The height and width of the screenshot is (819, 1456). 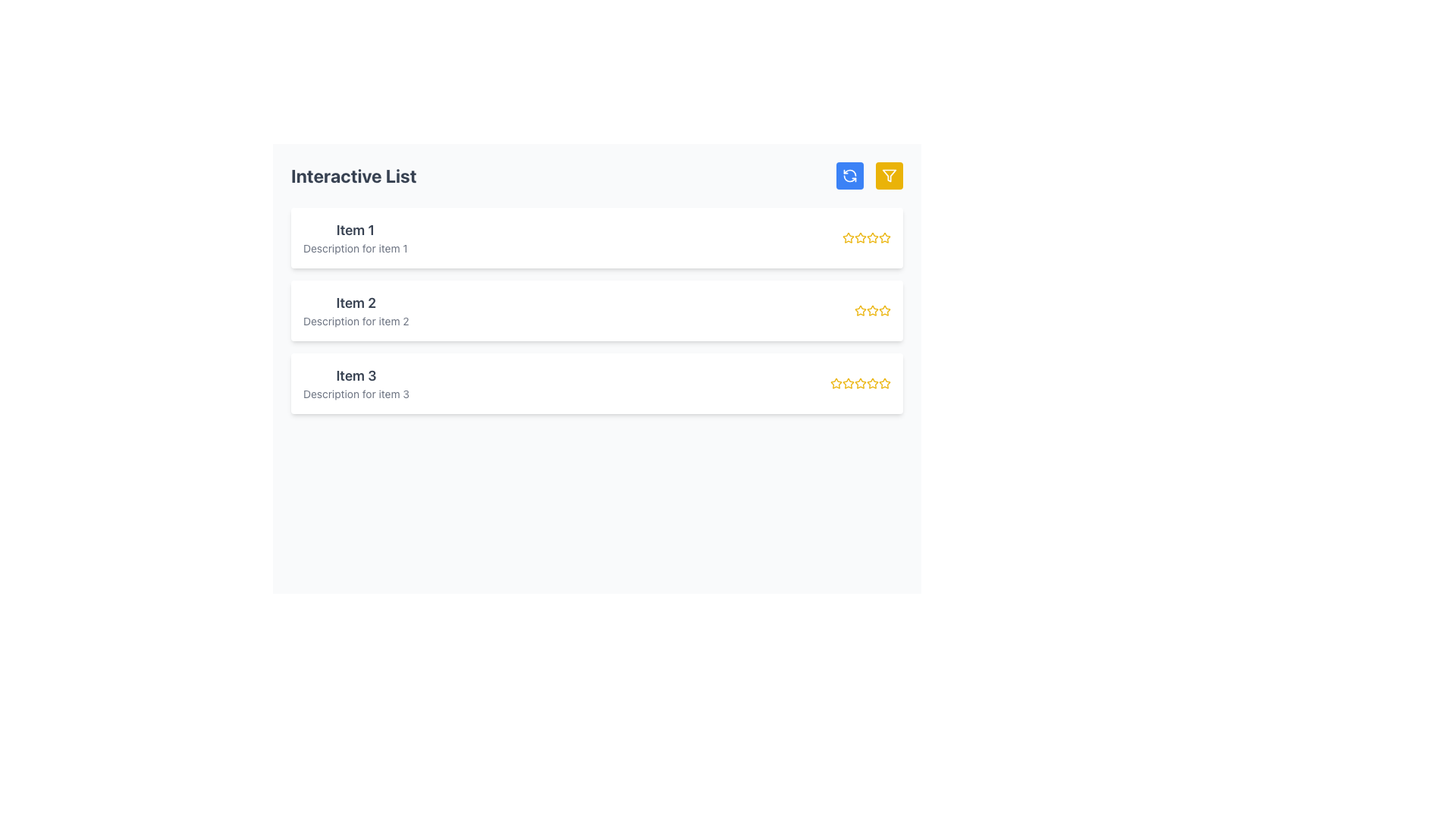 What do you see at coordinates (884, 237) in the screenshot?
I see `from the star icon in the top-right corner of the first list item` at bounding box center [884, 237].